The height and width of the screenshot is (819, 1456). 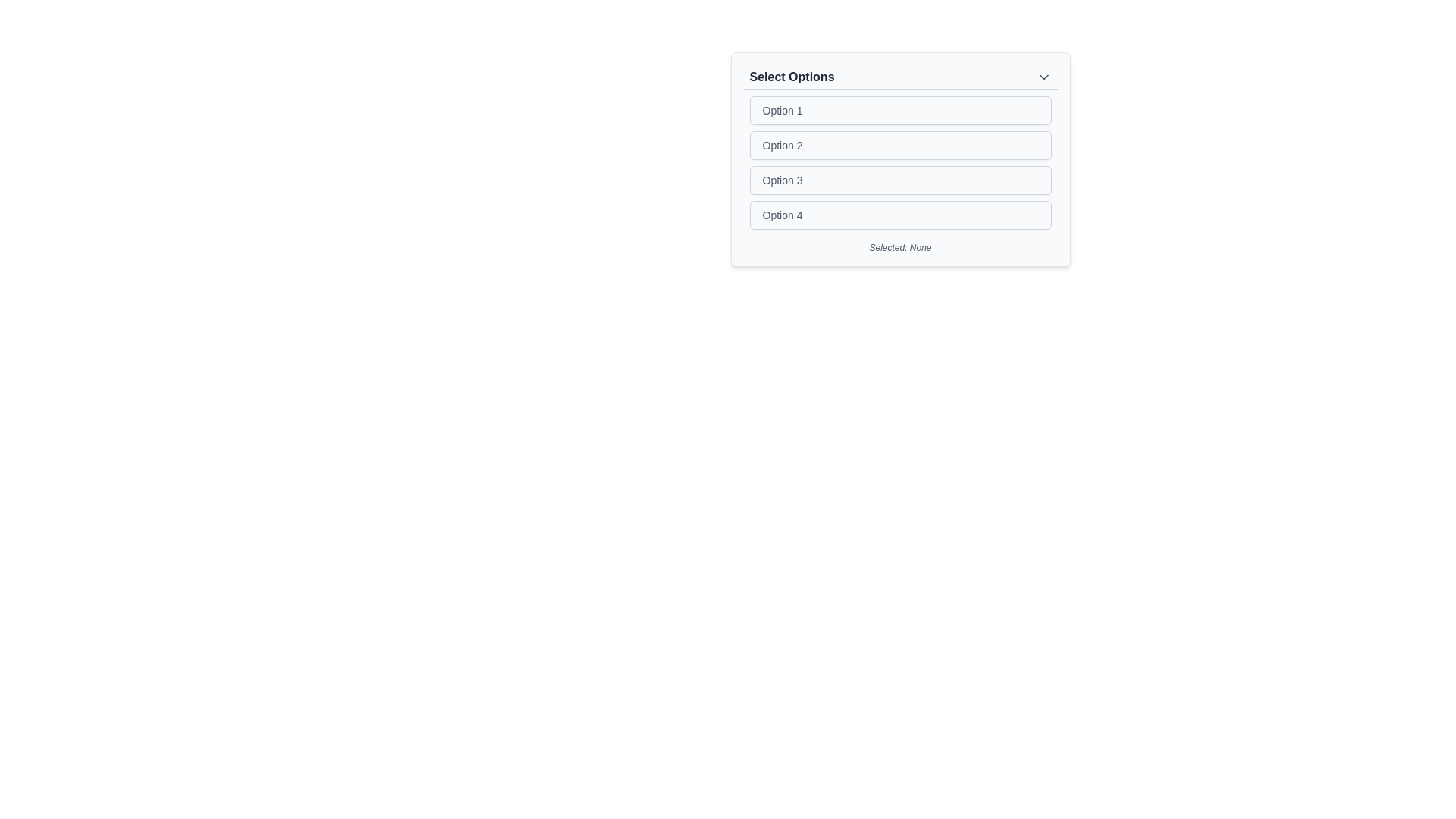 What do you see at coordinates (900, 110) in the screenshot?
I see `the 'Option 1' button which is the first choice in the 'Select Options' list` at bounding box center [900, 110].